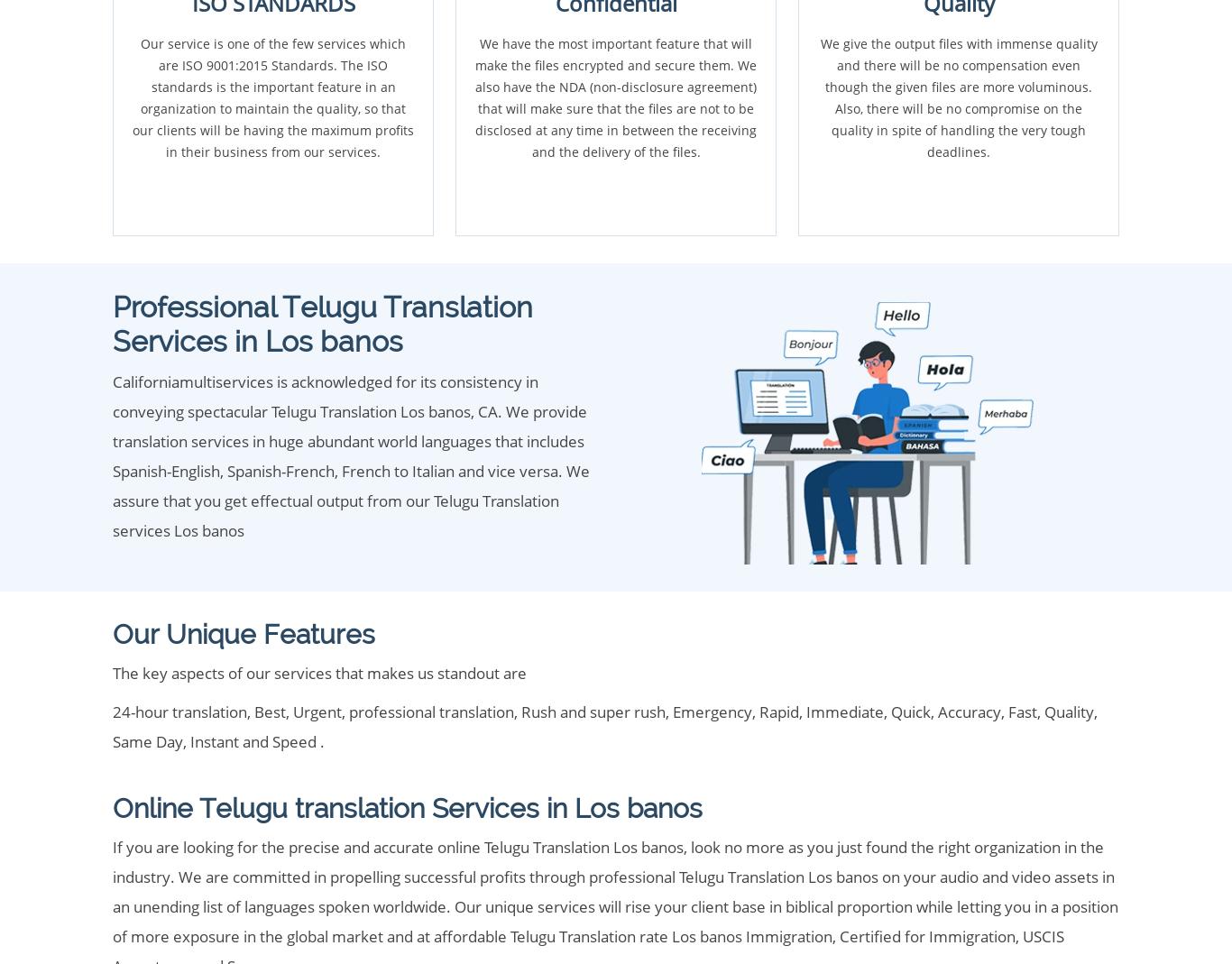 Image resolution: width=1232 pixels, height=964 pixels. Describe the element at coordinates (185, 837) in the screenshot. I see `'List of services'` at that location.